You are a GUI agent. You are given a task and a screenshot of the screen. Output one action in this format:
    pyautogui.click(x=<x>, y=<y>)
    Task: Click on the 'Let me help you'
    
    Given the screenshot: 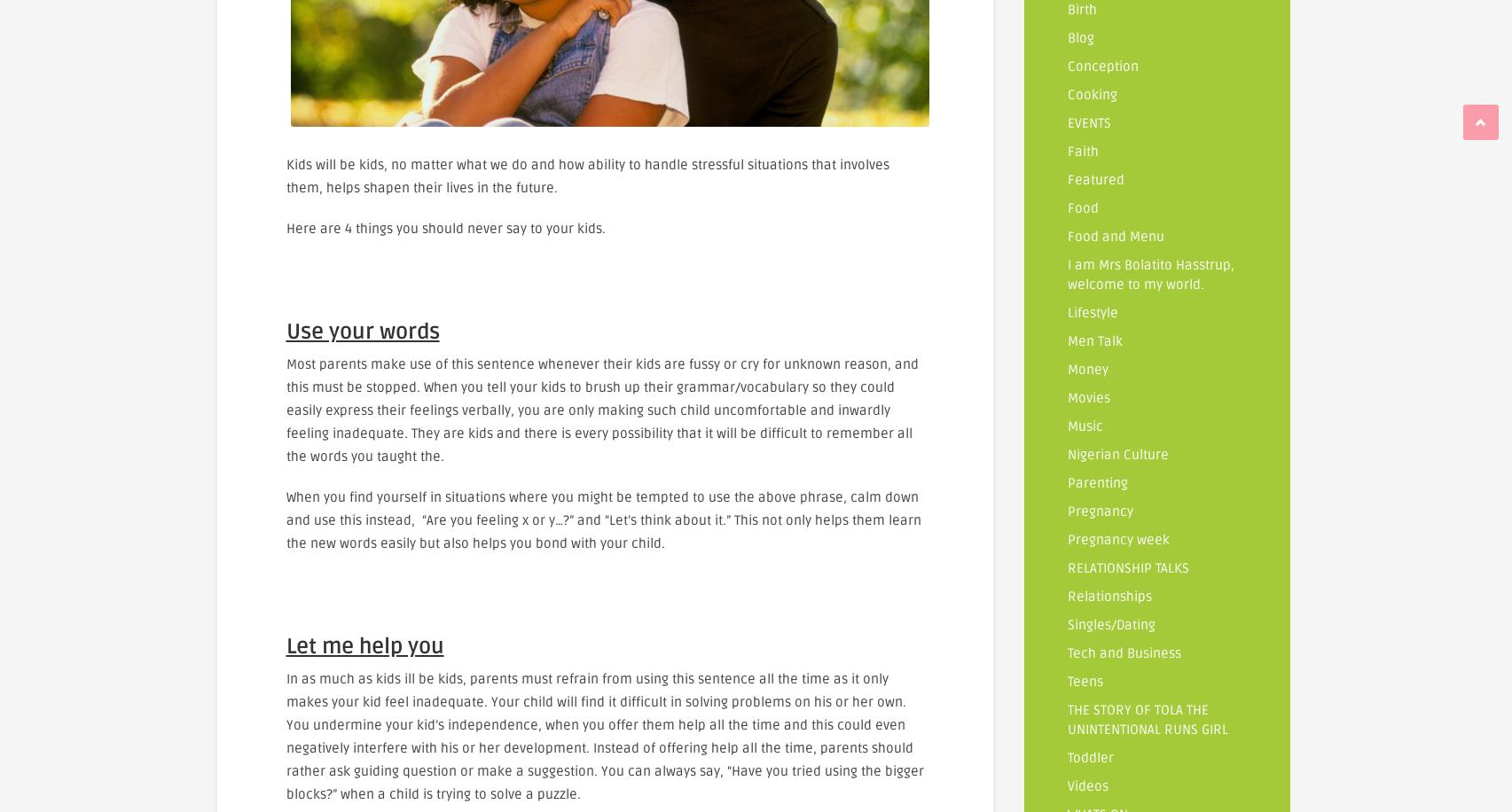 What is the action you would take?
    pyautogui.click(x=364, y=645)
    